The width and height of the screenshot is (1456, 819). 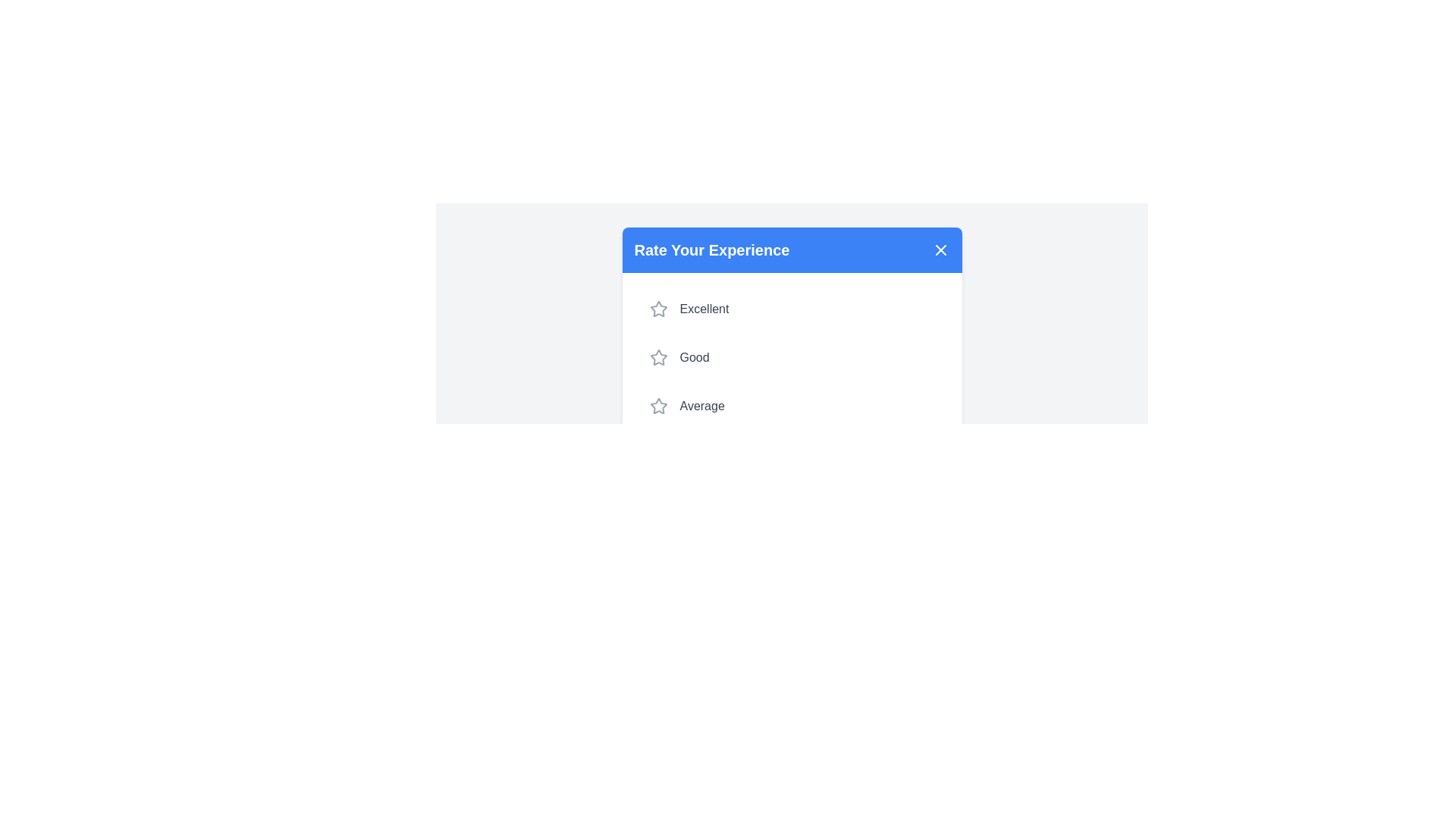 I want to click on the star corresponding to the desired rating 1, so click(x=658, y=309).